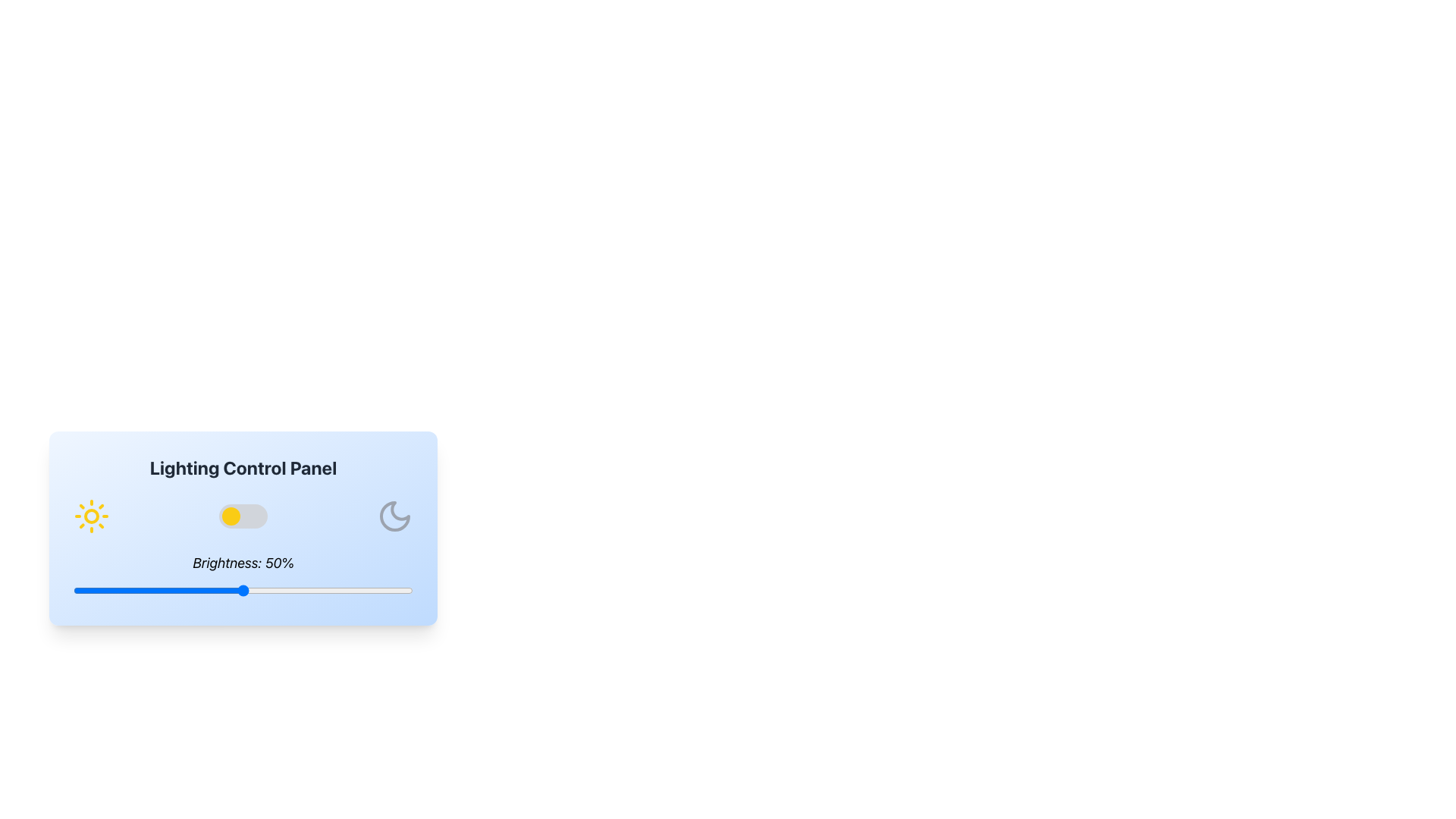  What do you see at coordinates (395, 516) in the screenshot?
I see `the moon or nighttime mode indicator icon located on the right side of the 'Lighting Control Panel', which is adjacent to a toggle switch` at bounding box center [395, 516].